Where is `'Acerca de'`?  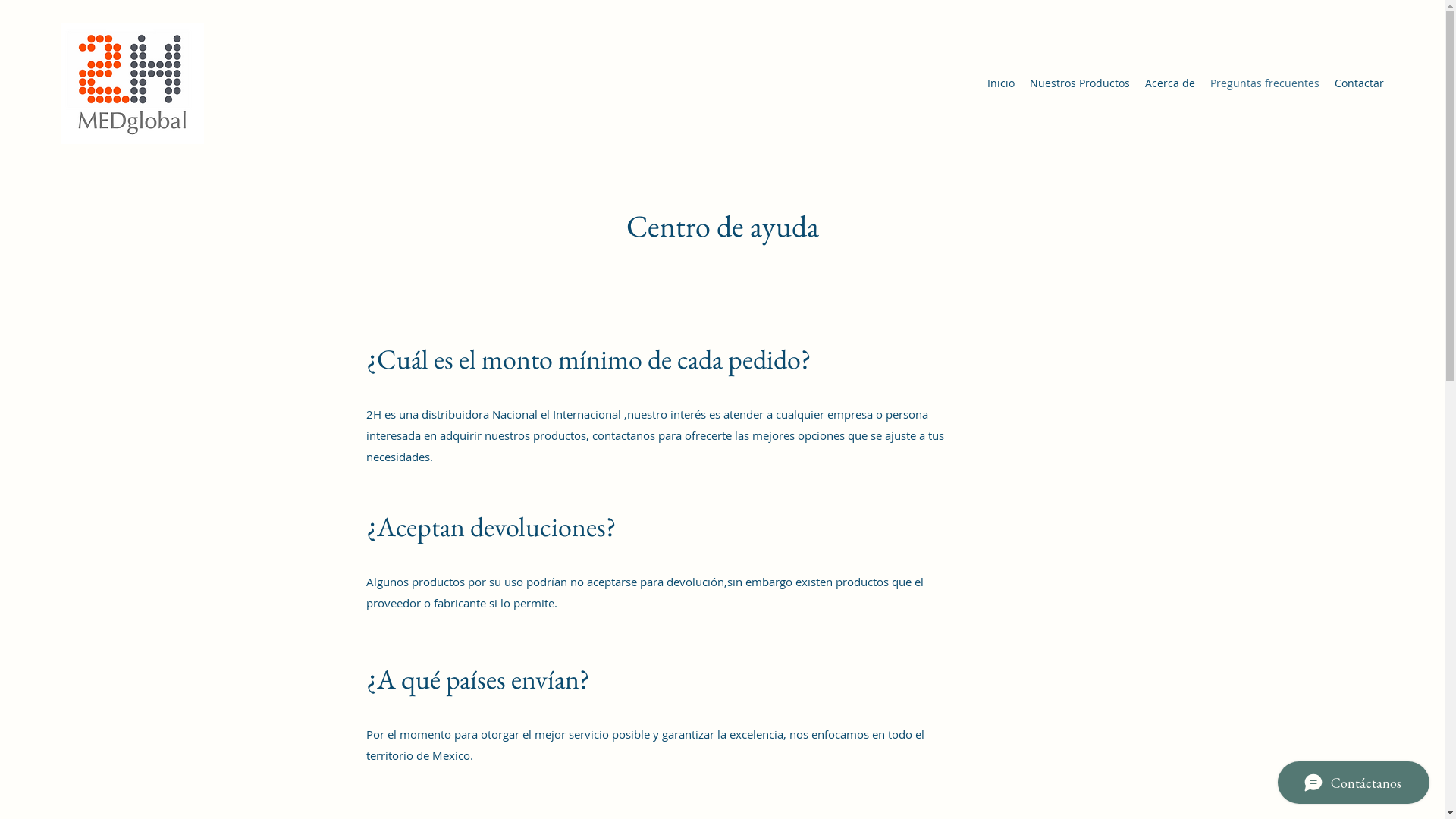 'Acerca de' is located at coordinates (1169, 83).